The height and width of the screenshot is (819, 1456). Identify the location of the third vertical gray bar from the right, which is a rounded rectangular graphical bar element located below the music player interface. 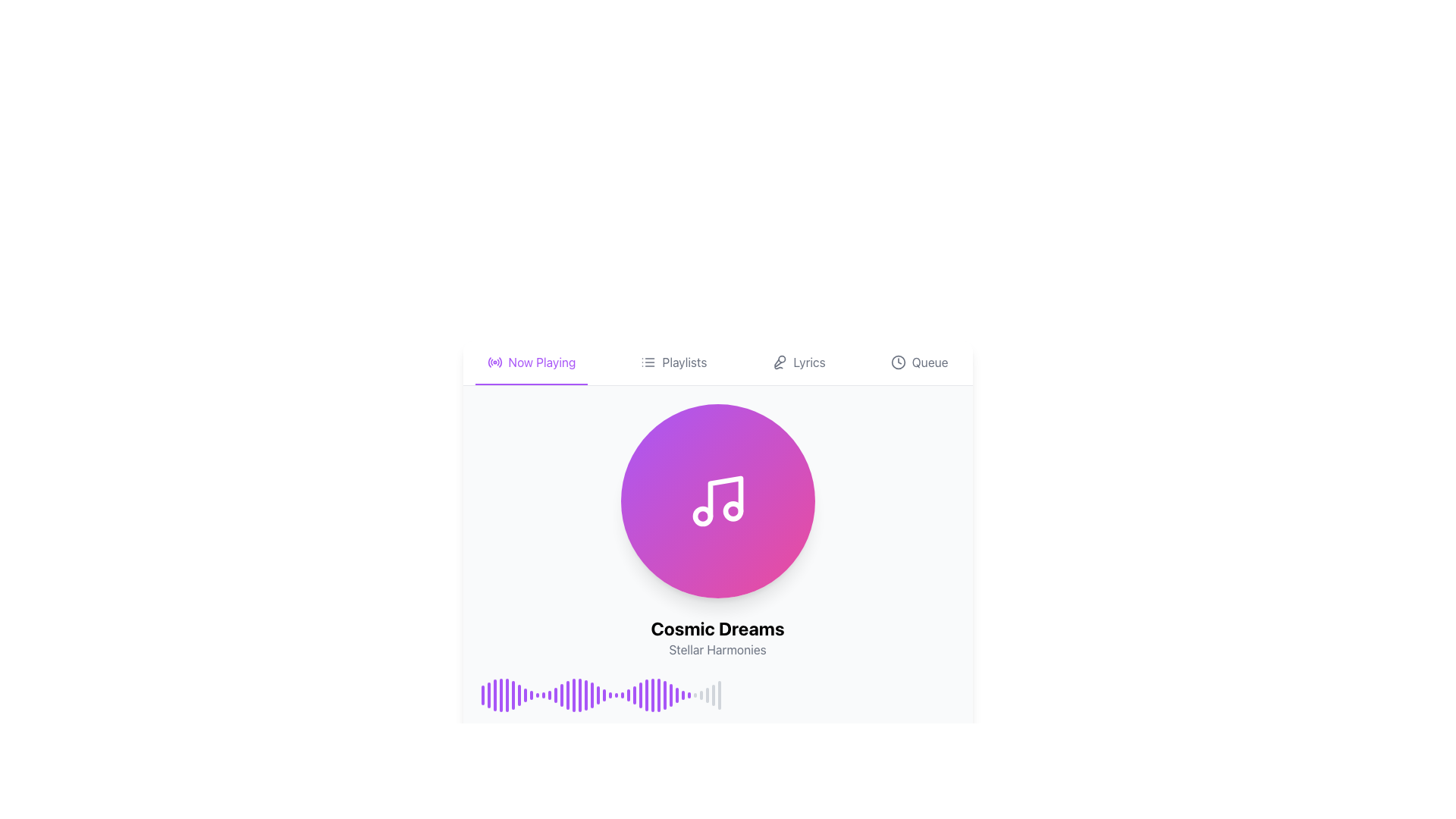
(706, 695).